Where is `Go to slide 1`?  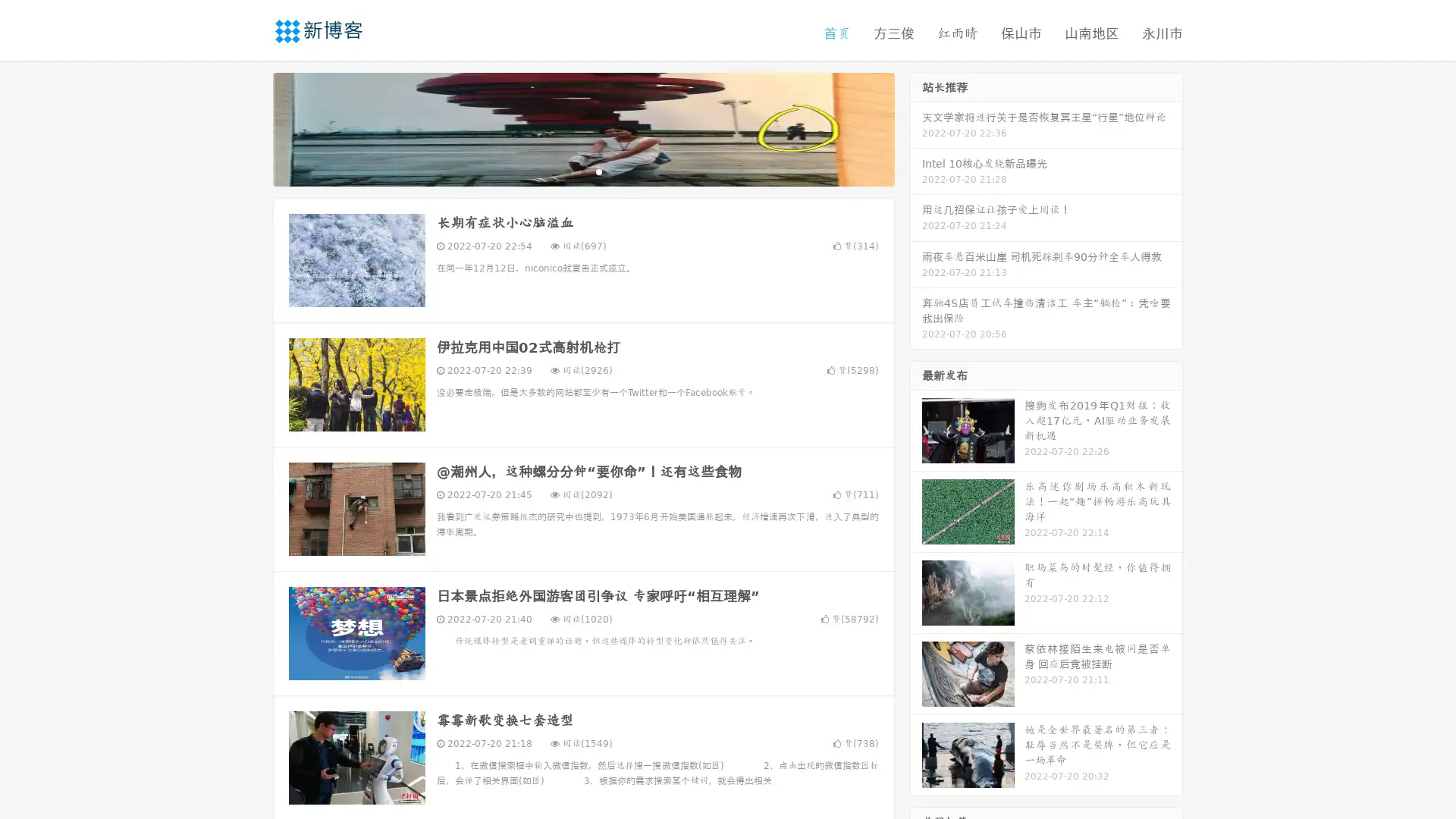
Go to slide 1 is located at coordinates (567, 171).